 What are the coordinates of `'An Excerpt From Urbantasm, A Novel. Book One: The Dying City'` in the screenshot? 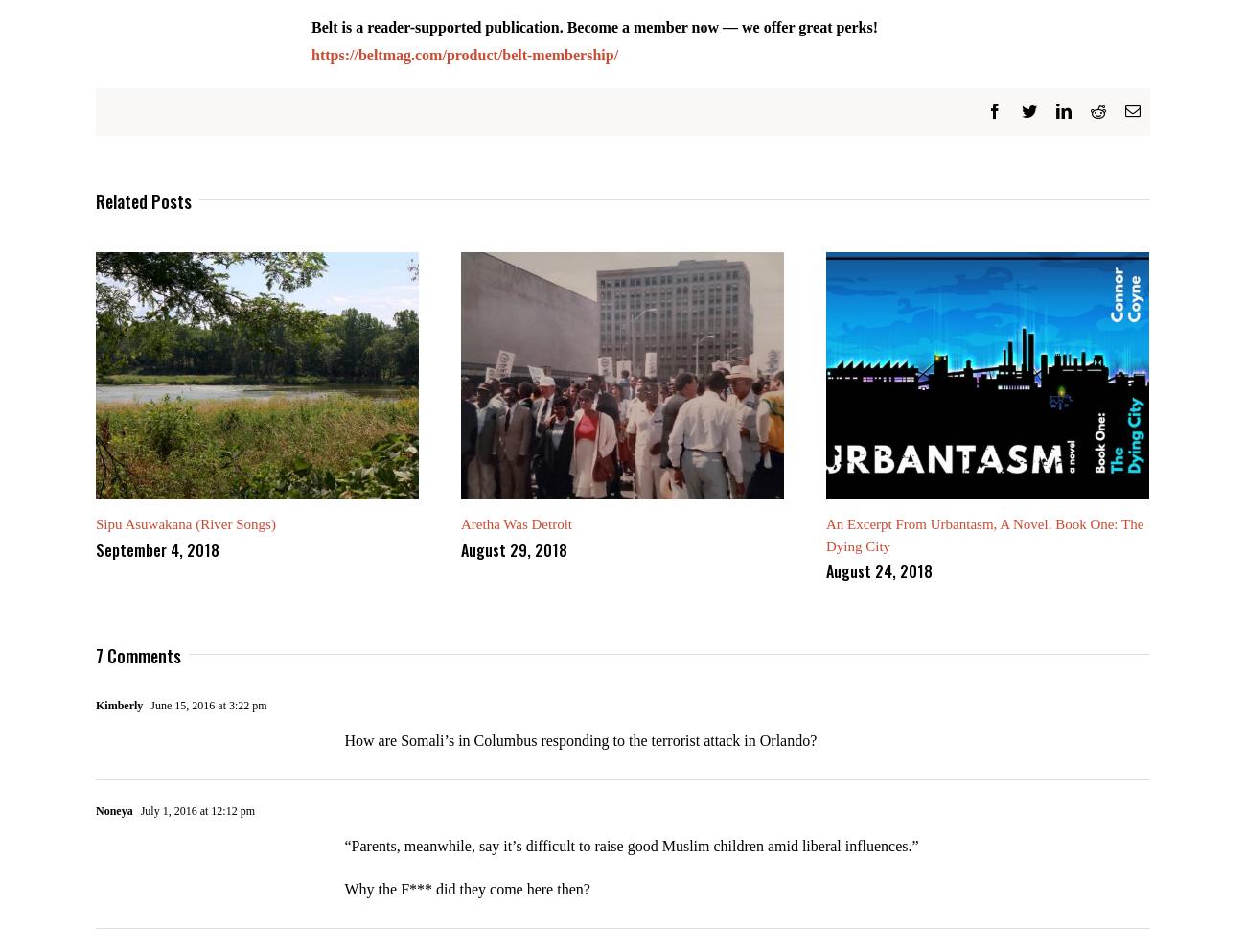 It's located at (983, 546).